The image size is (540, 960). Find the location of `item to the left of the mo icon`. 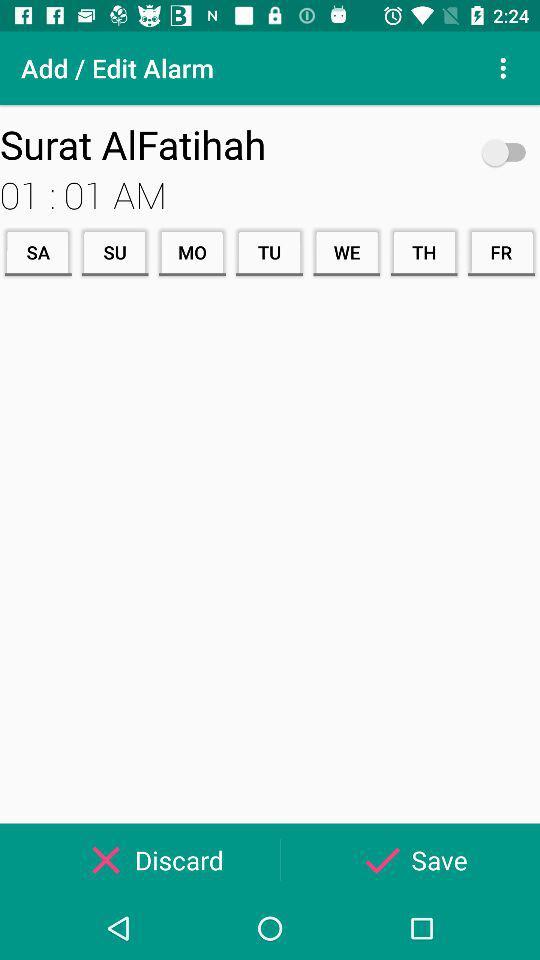

item to the left of the mo icon is located at coordinates (115, 251).